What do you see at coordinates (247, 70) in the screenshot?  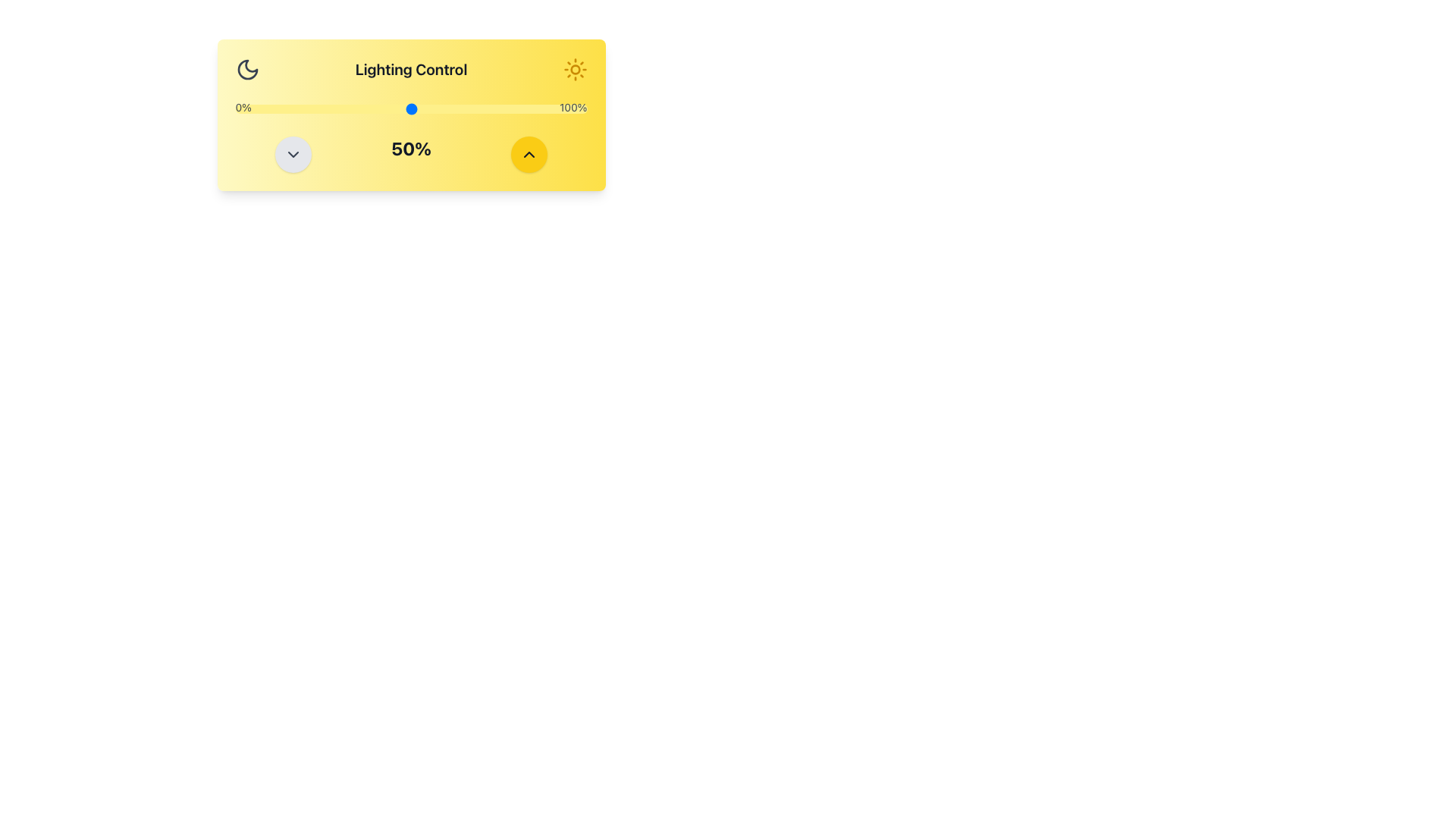 I see `the outlined crescent moon icon in the 'Lighting Control' section located on the far left, adjacent to the title text 'Lighting Control'` at bounding box center [247, 70].